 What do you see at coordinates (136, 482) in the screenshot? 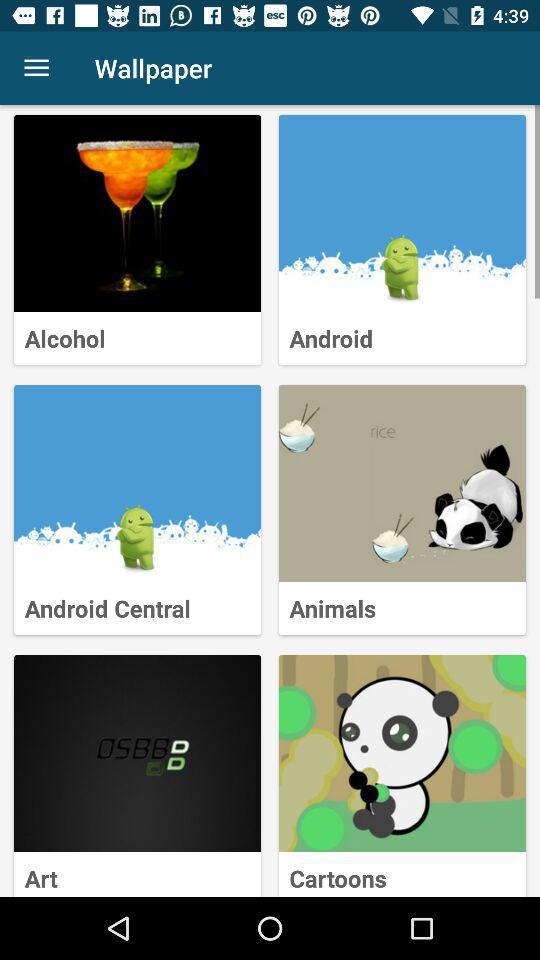
I see `press to select image as wallpaper` at bounding box center [136, 482].